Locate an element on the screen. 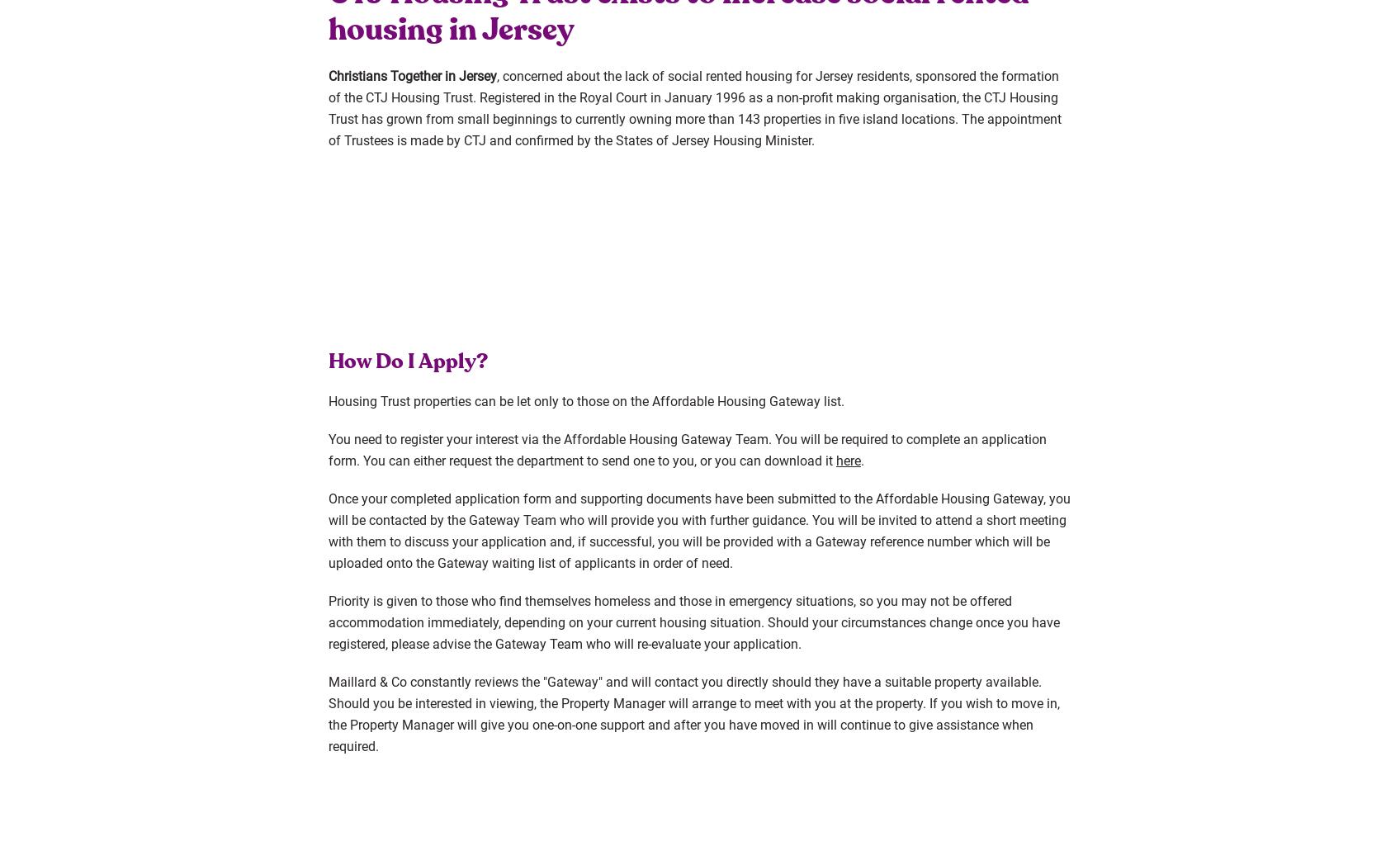  'Once your completed application form and supporting documents have been submitted to the Affordable Housing Gateway, you will be contacted by the Gateway Team who will provide you with further guidance. You will be invited to attend a short meeting with them to discuss your application and, if successful, you will be provided with a Gateway reference number which will be uploaded onto the Gateway waiting list of applicants in order of need.' is located at coordinates (698, 529).